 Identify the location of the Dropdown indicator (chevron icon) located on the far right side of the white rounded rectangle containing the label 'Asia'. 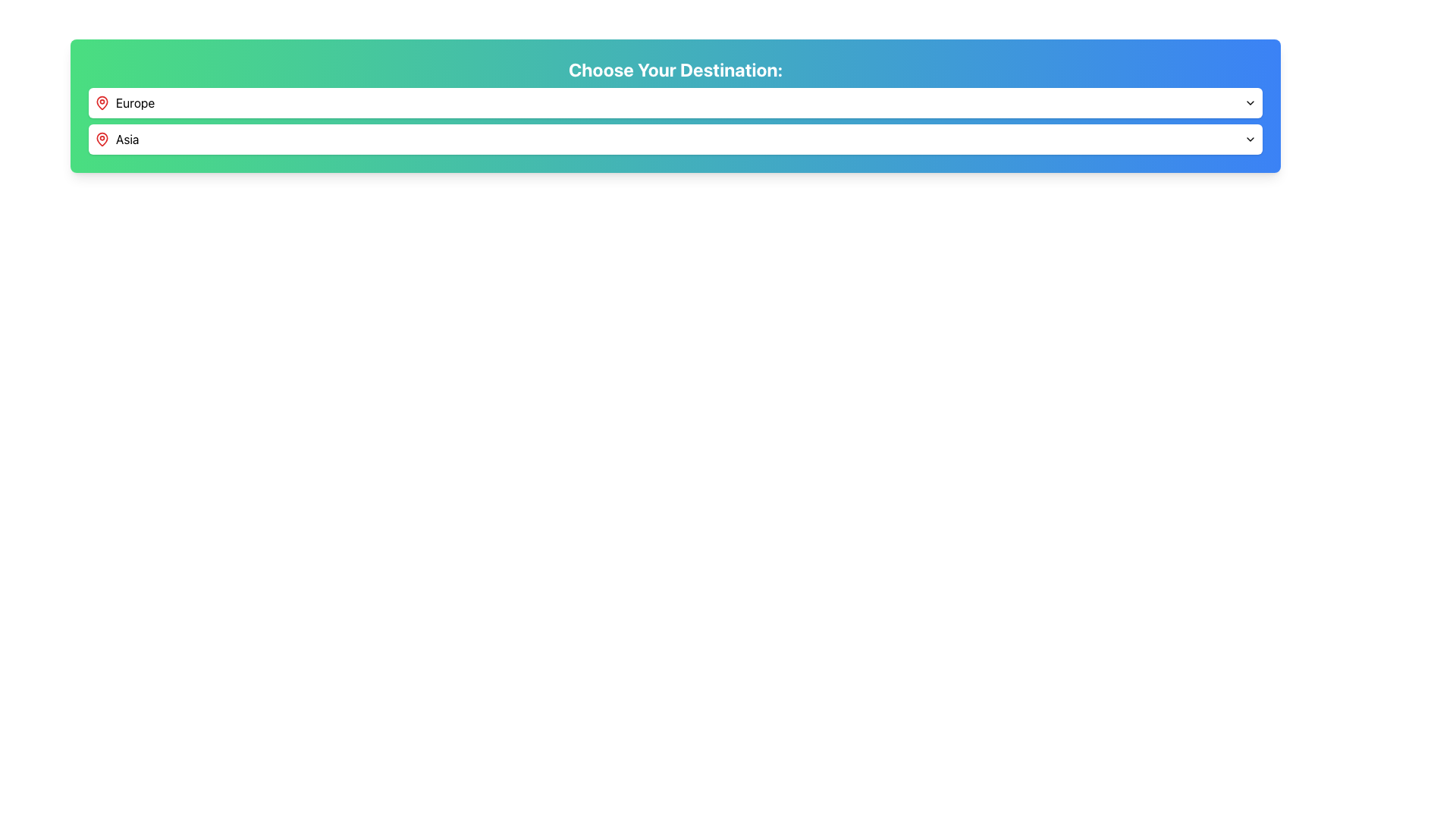
(1250, 140).